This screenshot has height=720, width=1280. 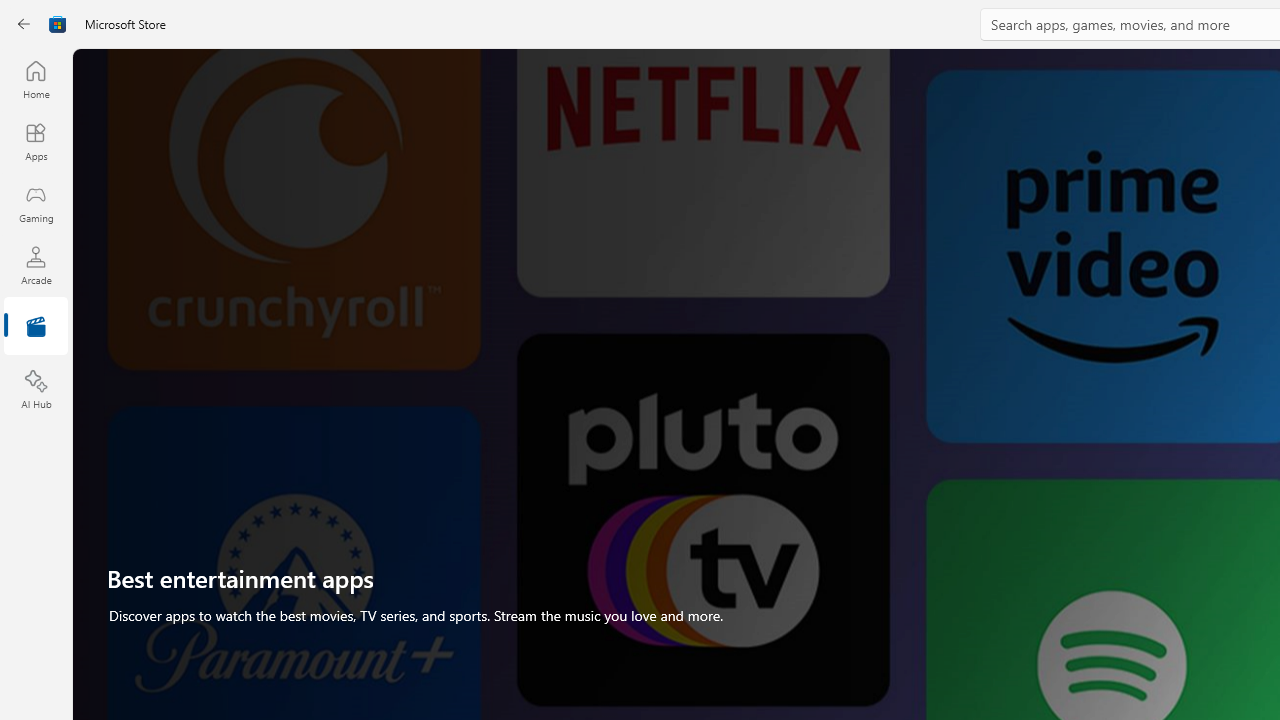 I want to click on 'Class: Image', so click(x=58, y=24).